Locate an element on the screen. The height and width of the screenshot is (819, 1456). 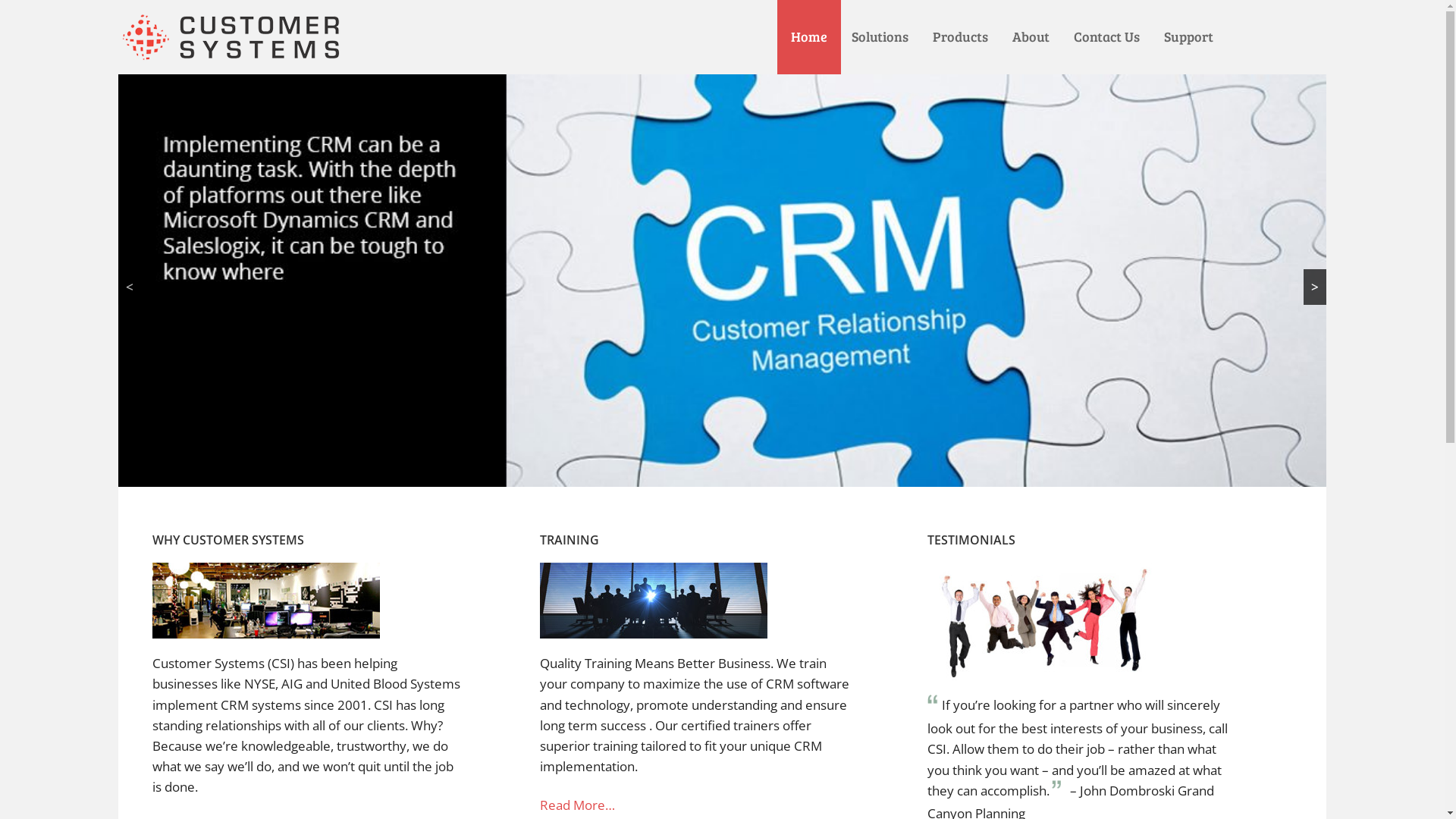
'Support' is located at coordinates (1150, 36).